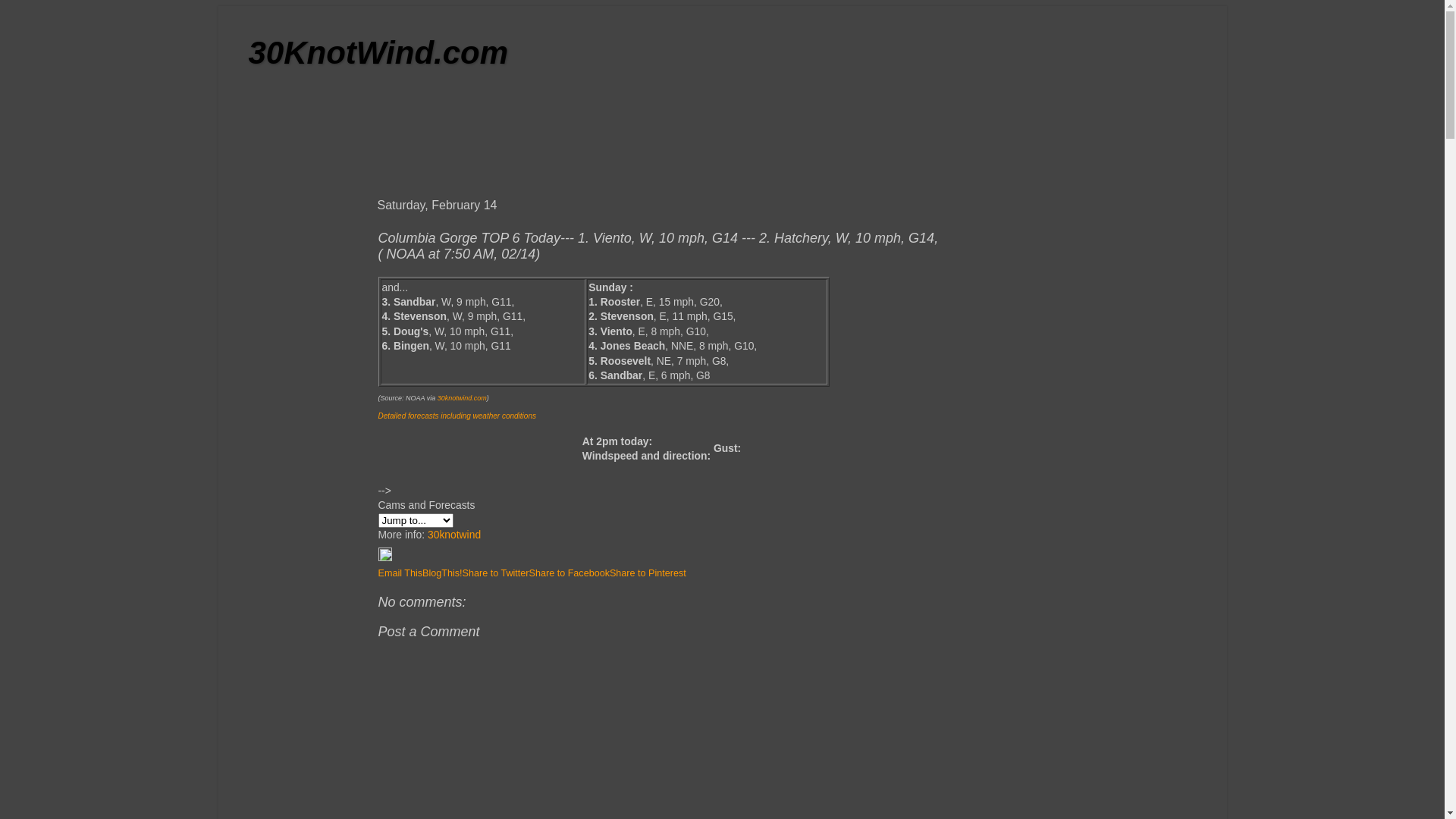 The height and width of the screenshot is (819, 1456). I want to click on '30knotwind.com', so click(461, 397).